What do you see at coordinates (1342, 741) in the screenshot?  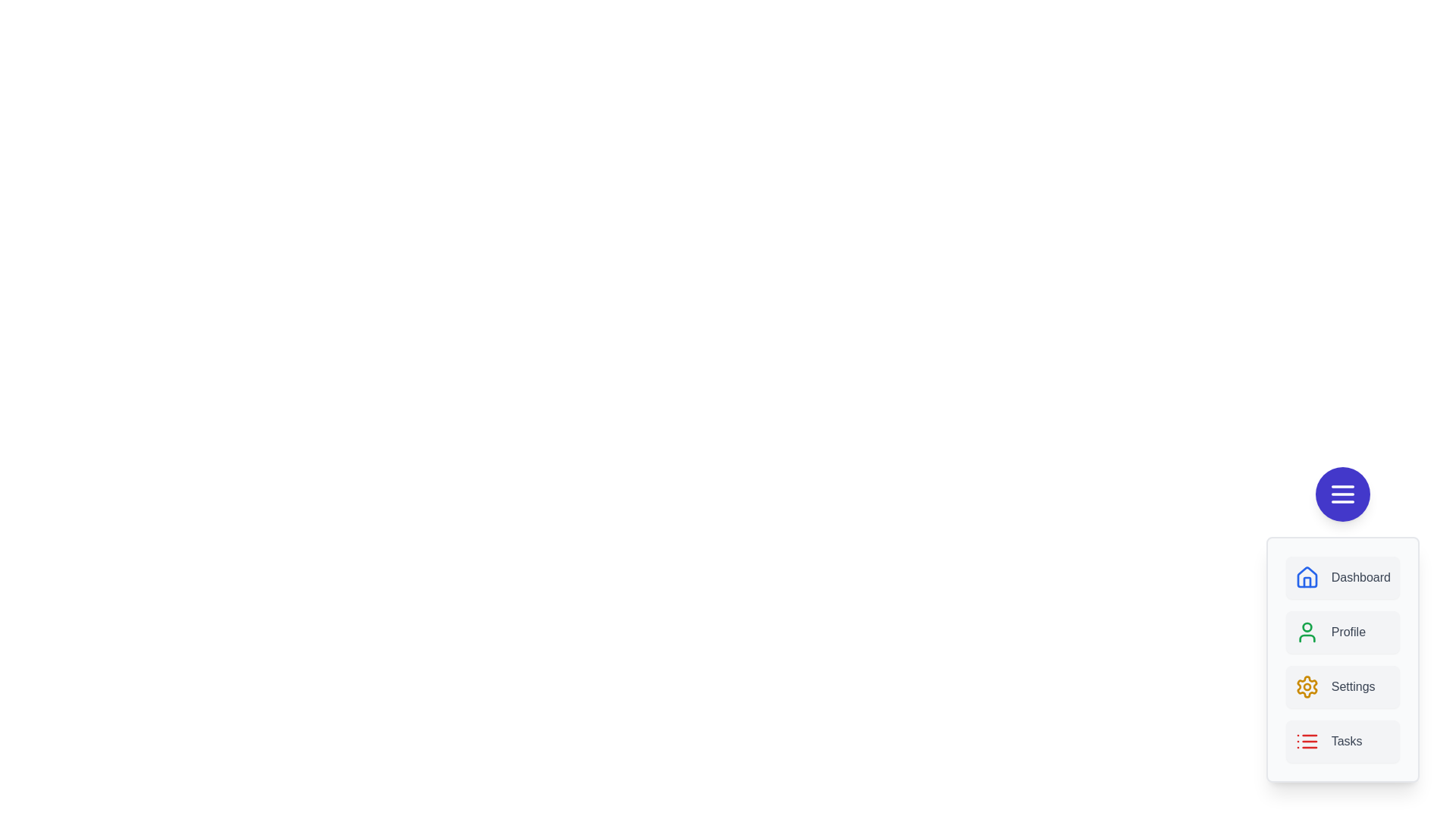 I see `the Tasks option from the menu` at bounding box center [1342, 741].